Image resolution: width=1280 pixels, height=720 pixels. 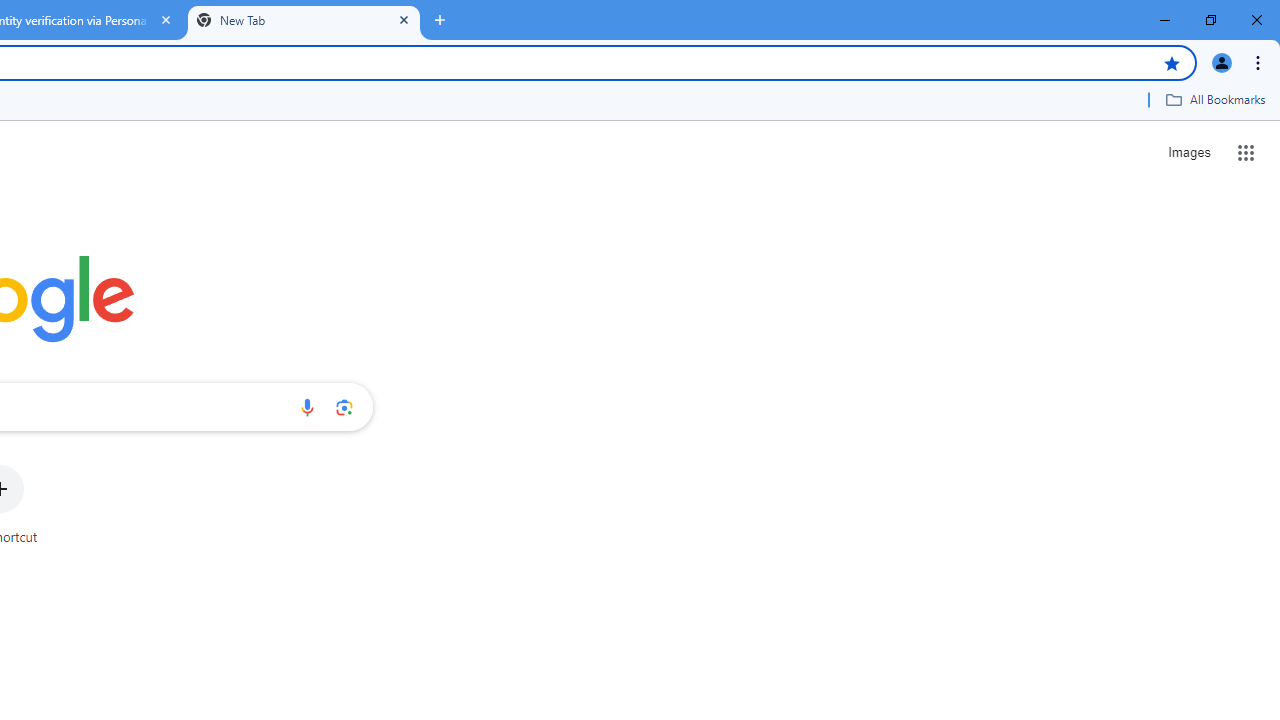 I want to click on 'Search by voice', so click(x=306, y=406).